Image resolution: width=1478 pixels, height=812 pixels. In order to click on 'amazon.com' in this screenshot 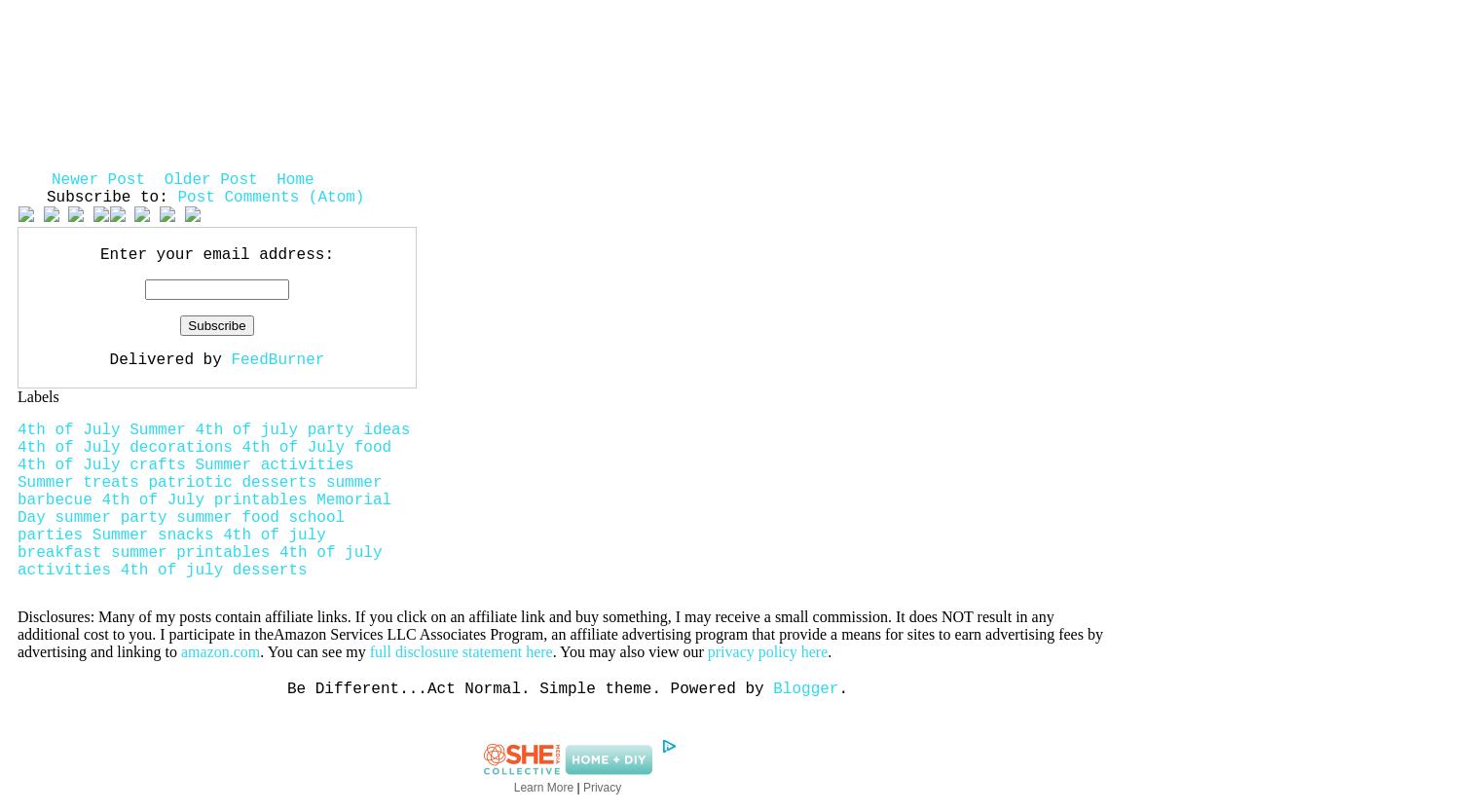, I will do `click(220, 650)`.